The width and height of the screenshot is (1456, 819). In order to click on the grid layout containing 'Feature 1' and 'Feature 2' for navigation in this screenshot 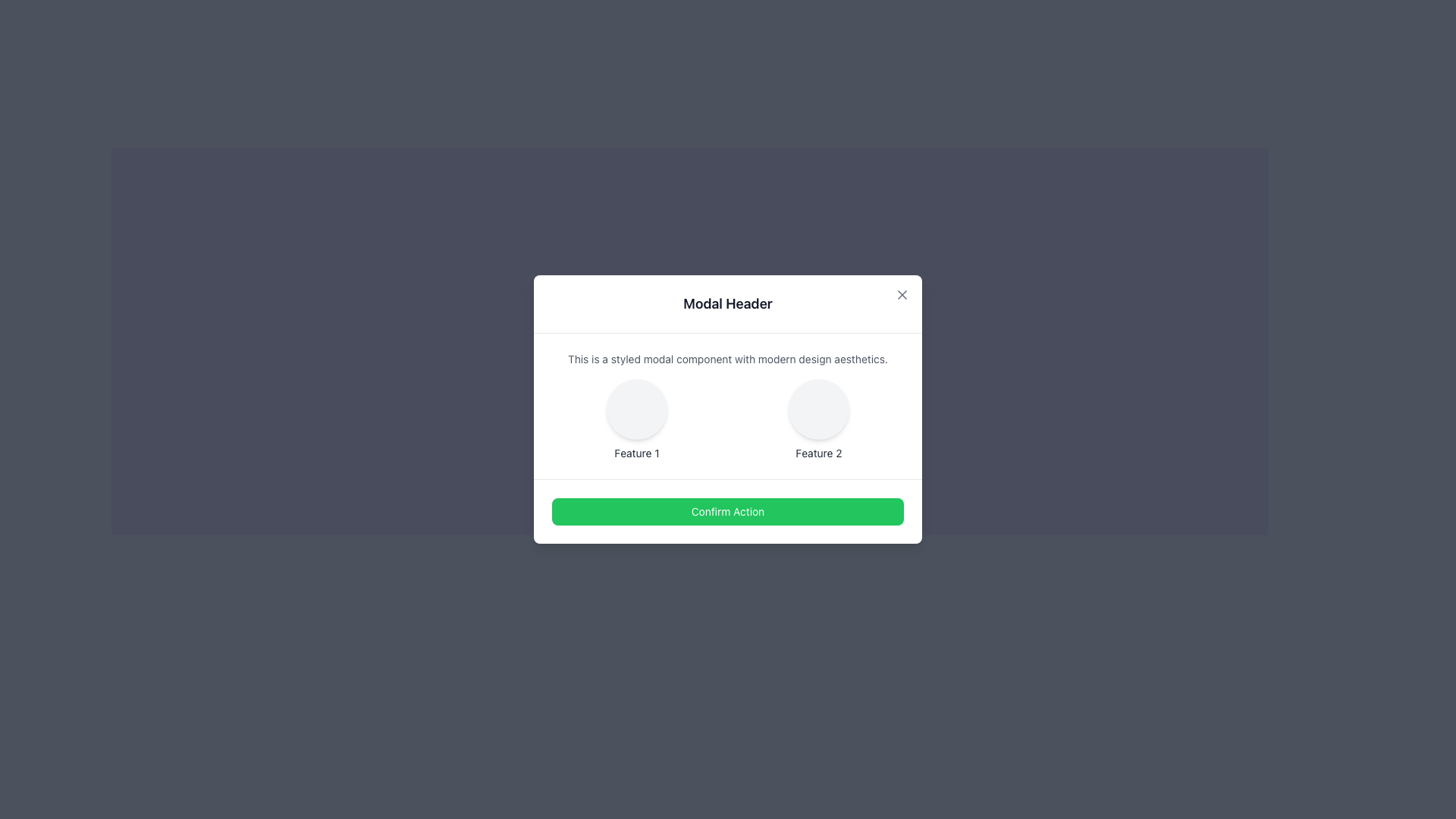, I will do `click(728, 420)`.